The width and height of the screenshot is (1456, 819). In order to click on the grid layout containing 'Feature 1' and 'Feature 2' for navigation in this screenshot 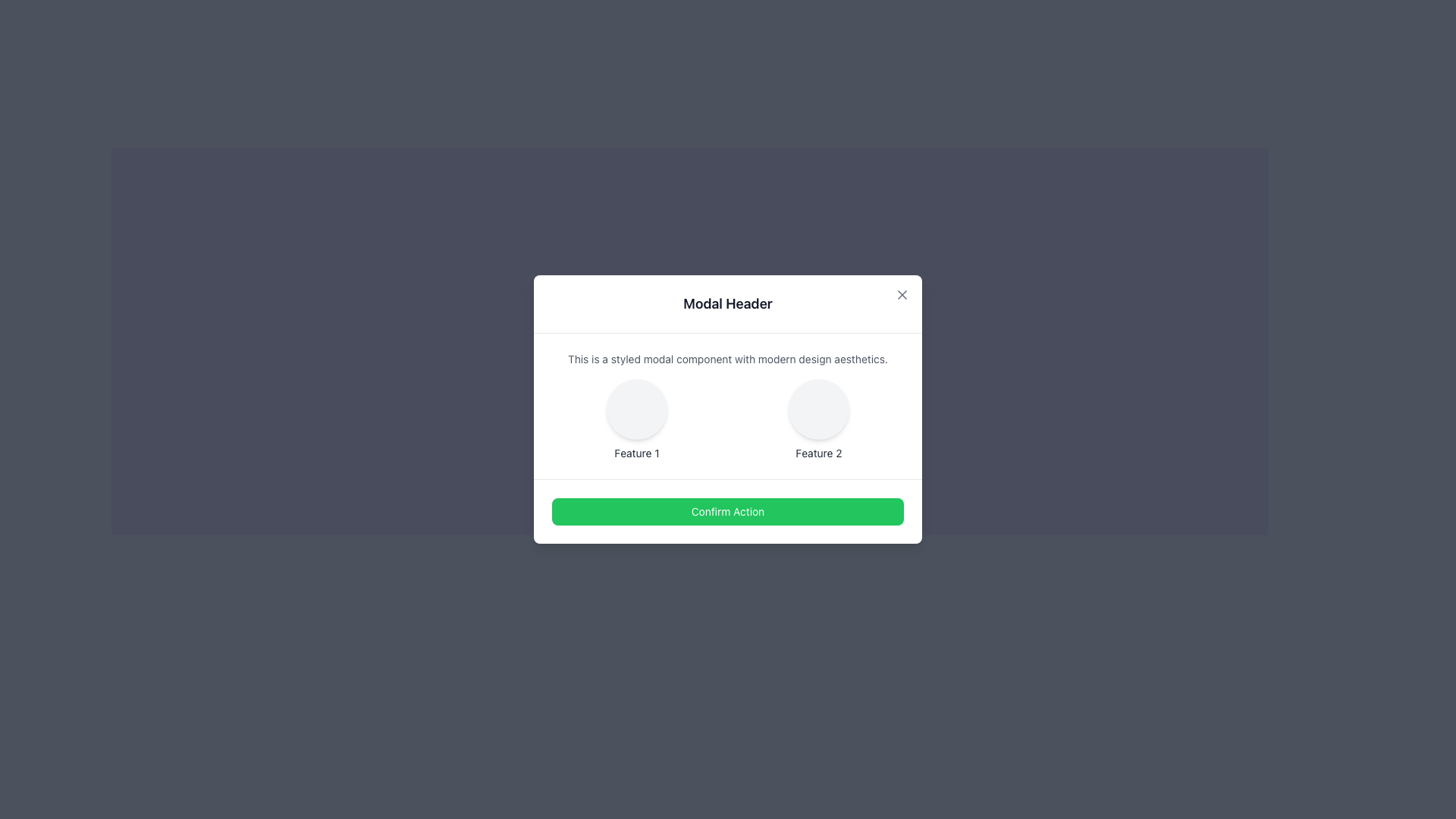, I will do `click(728, 420)`.